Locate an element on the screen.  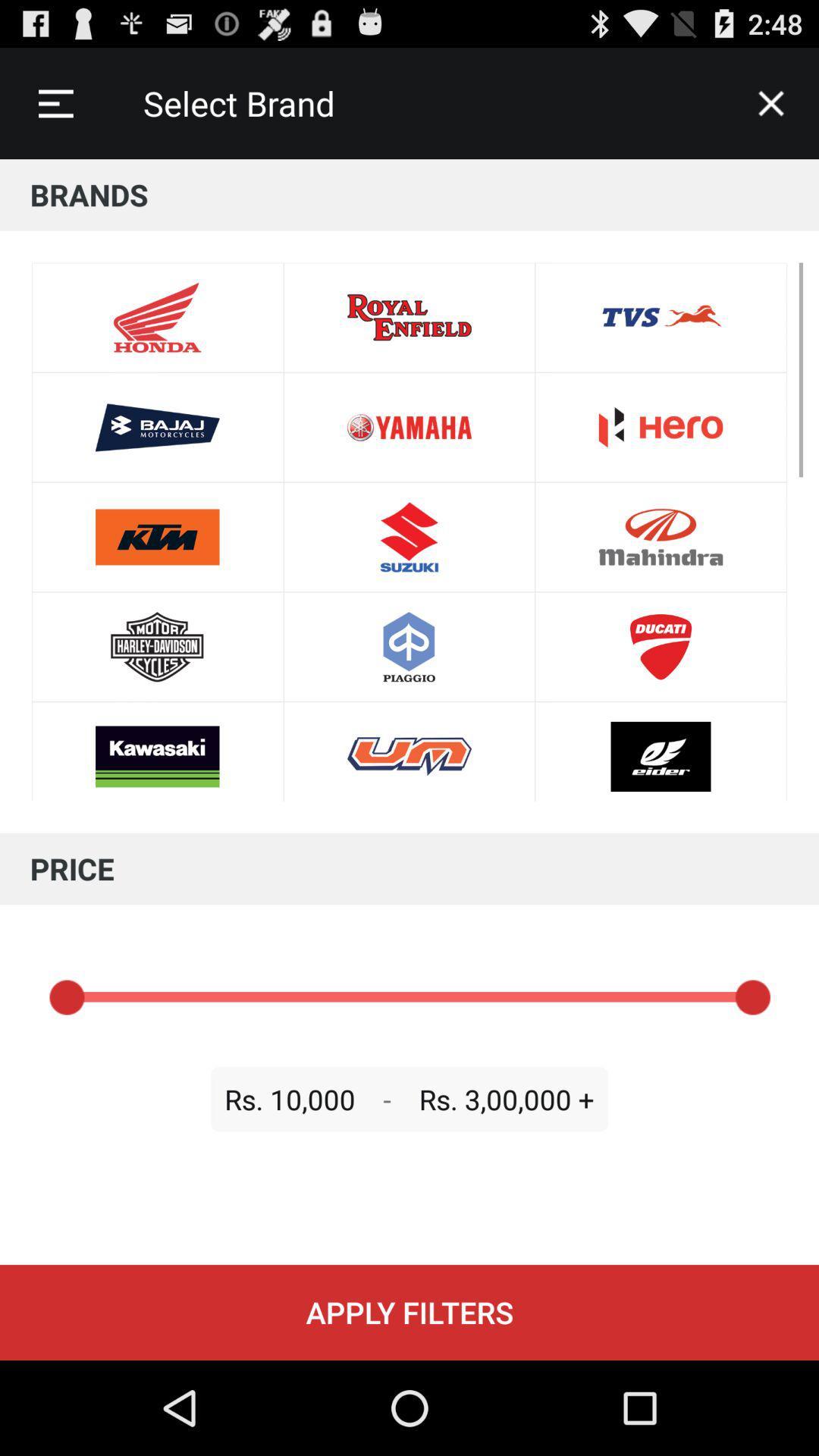
apply filters item is located at coordinates (409, 1312).